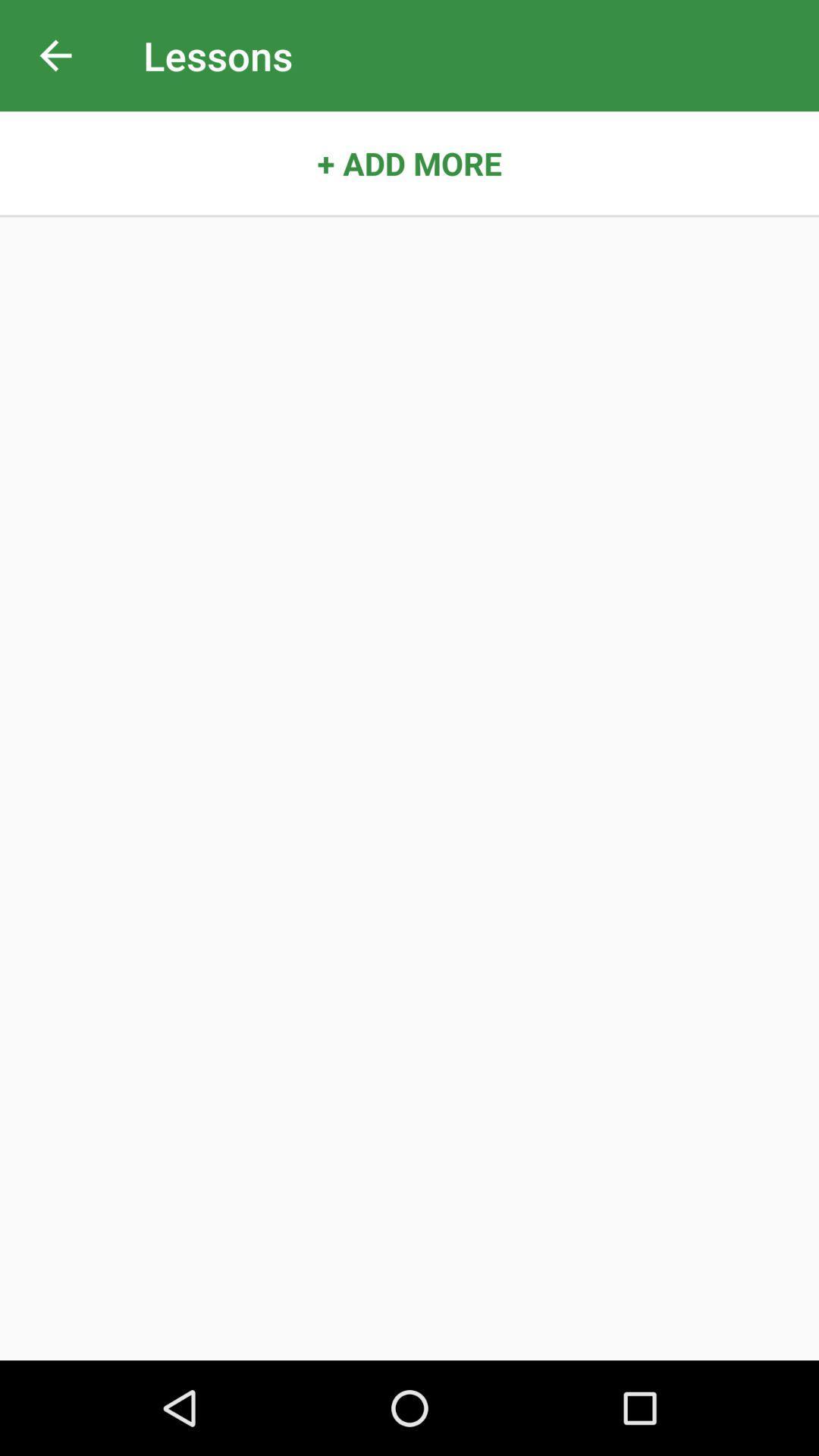 The width and height of the screenshot is (819, 1456). What do you see at coordinates (55, 55) in the screenshot?
I see `item above + add more icon` at bounding box center [55, 55].